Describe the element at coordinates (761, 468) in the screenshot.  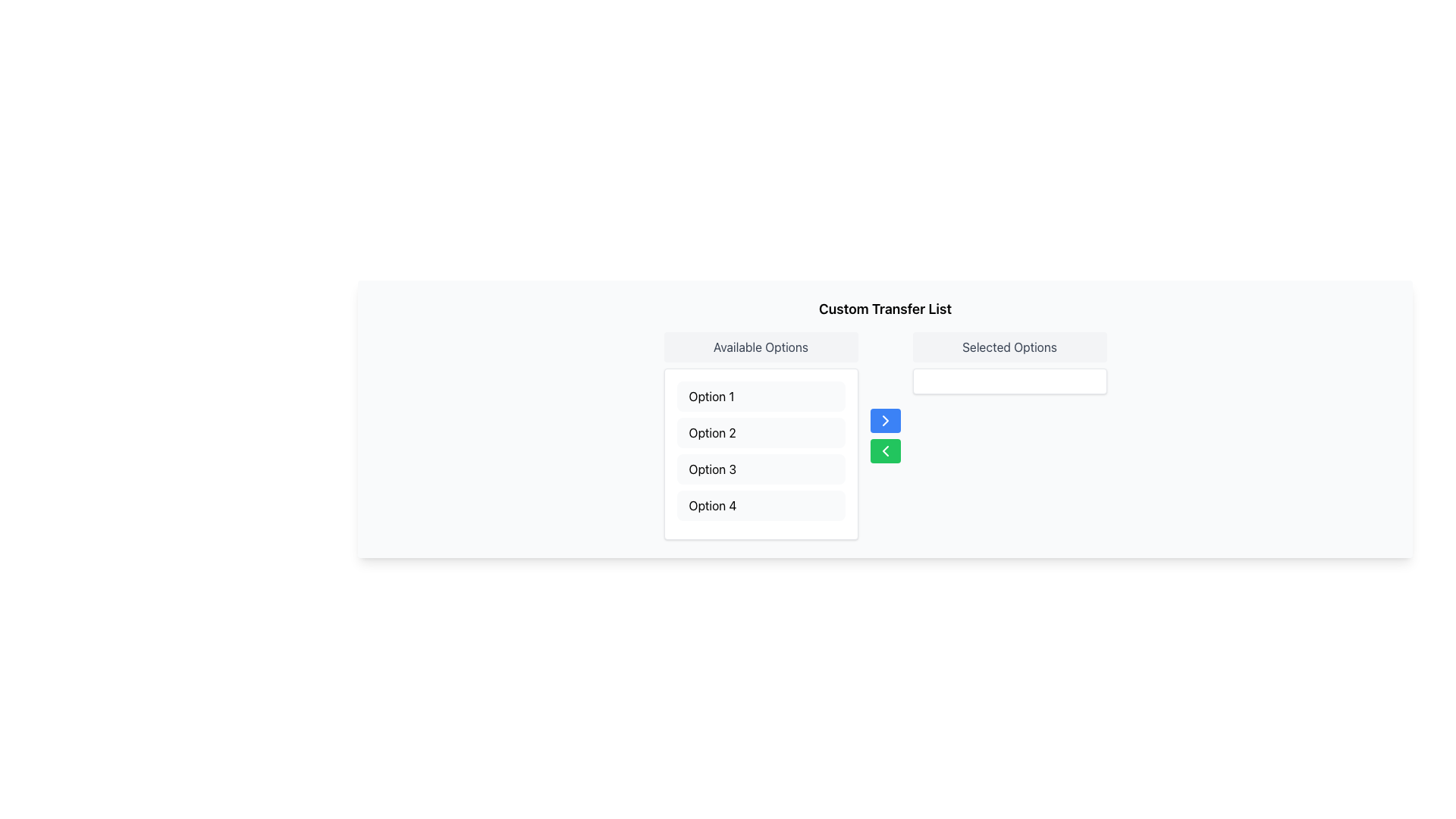
I see `the third item in the vertical list of options under 'Available Options'` at that location.